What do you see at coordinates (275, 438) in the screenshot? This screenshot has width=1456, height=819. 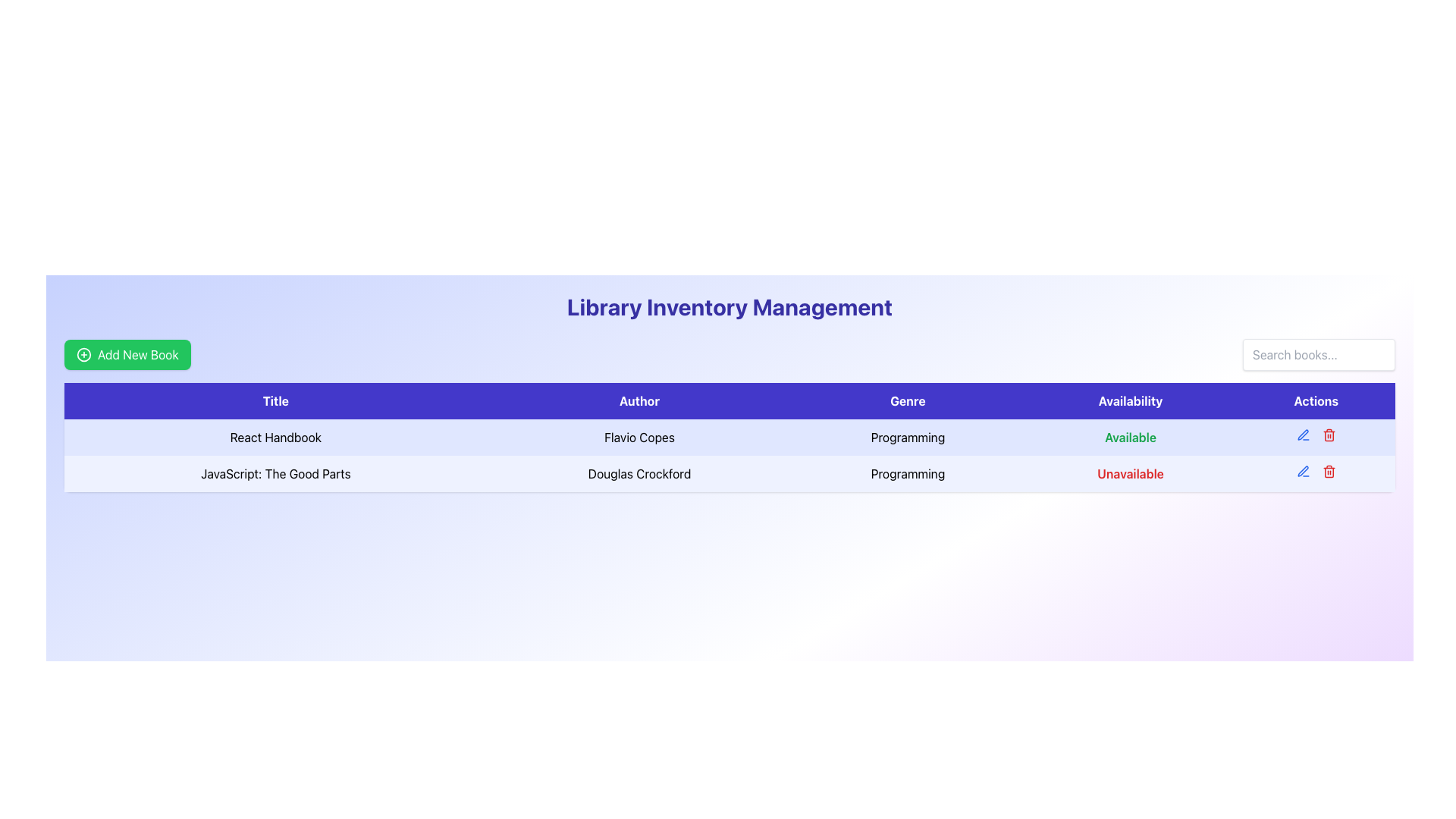 I see `the text label representing the title of a book in the library's inventory, which is the first item in the 'Title' column of the table layout` at bounding box center [275, 438].